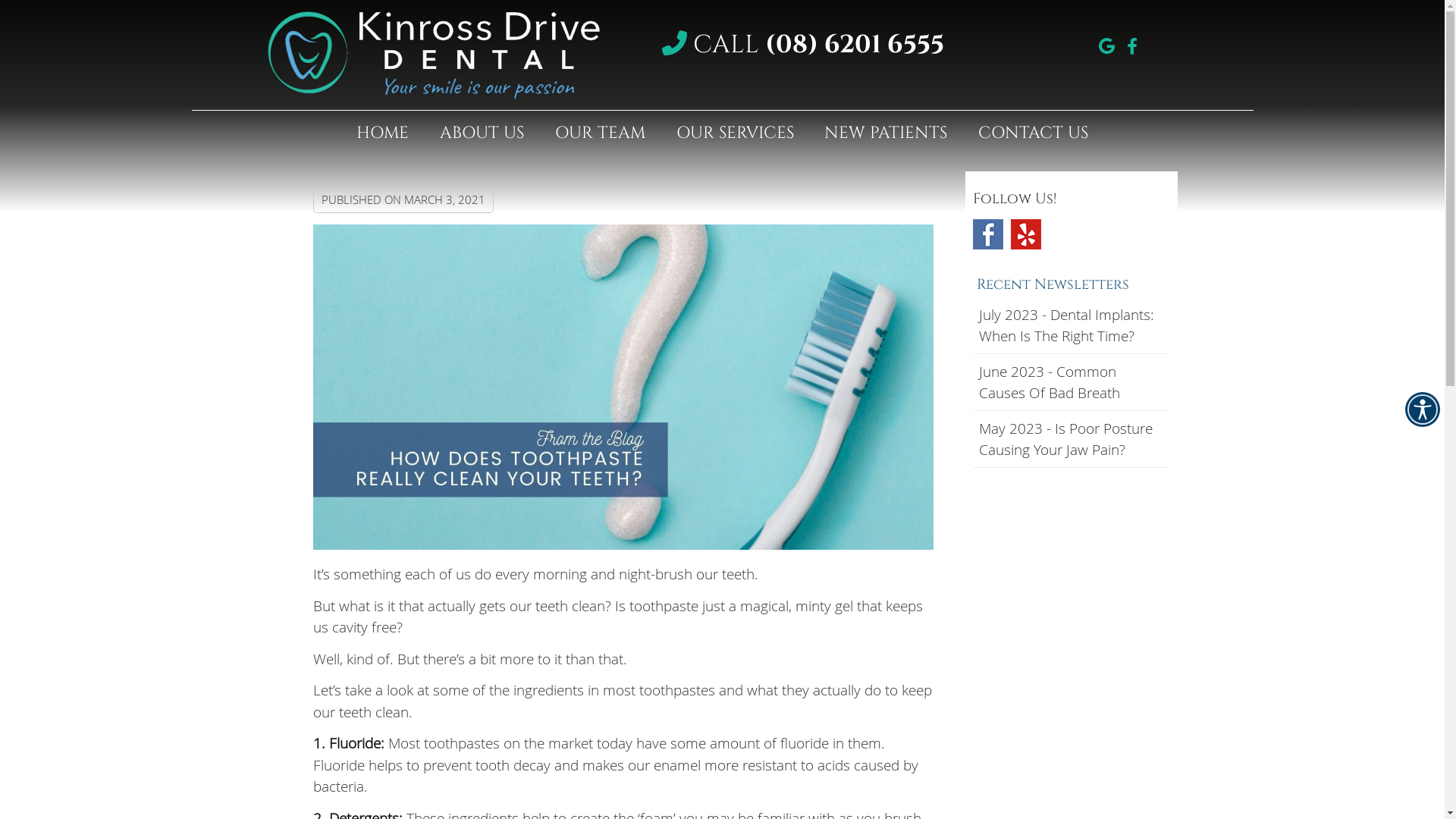  Describe the element at coordinates (1033, 133) in the screenshot. I see `'CONTACT US'` at that location.